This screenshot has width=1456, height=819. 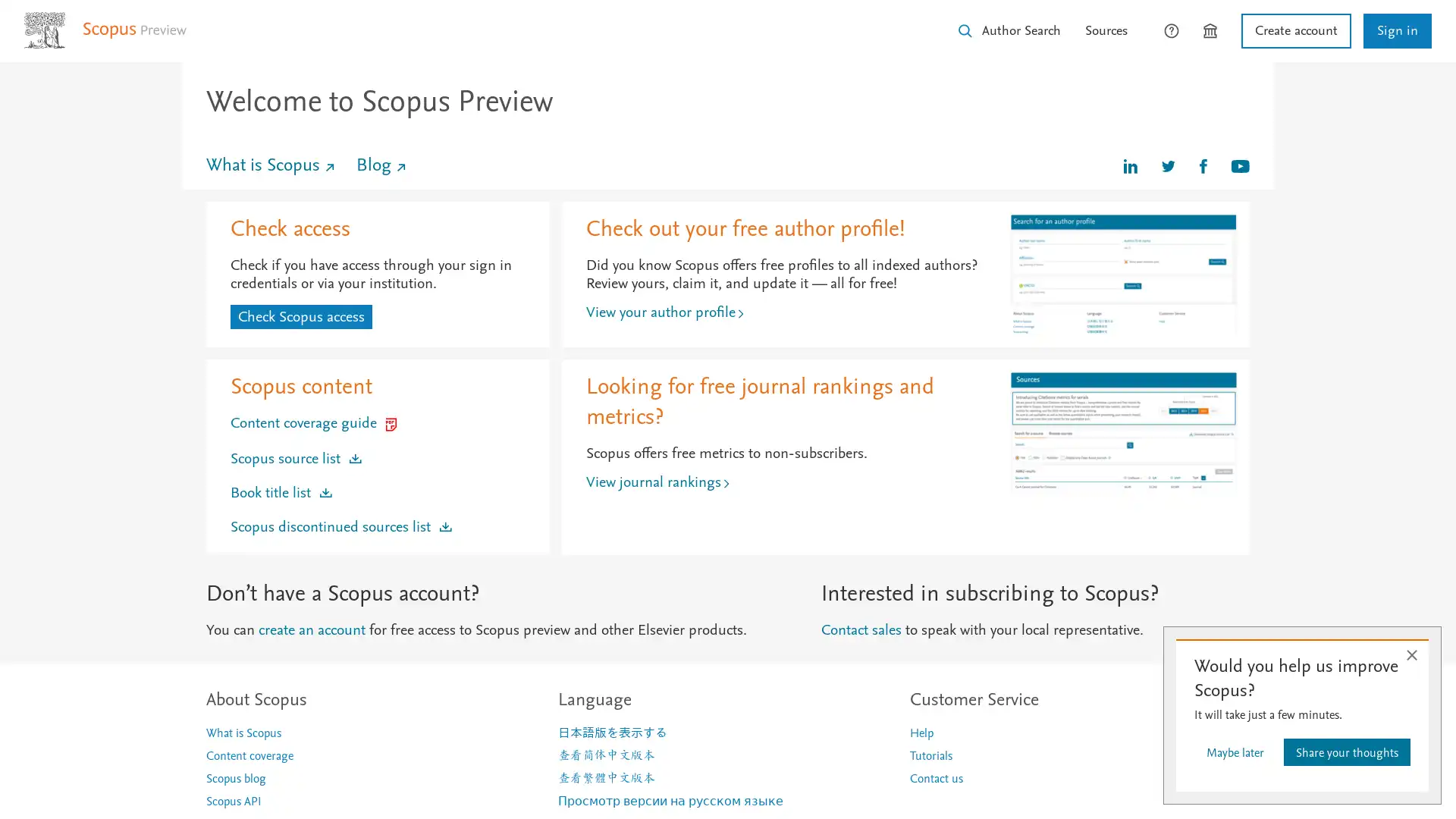 I want to click on Close, so click(x=1411, y=654).